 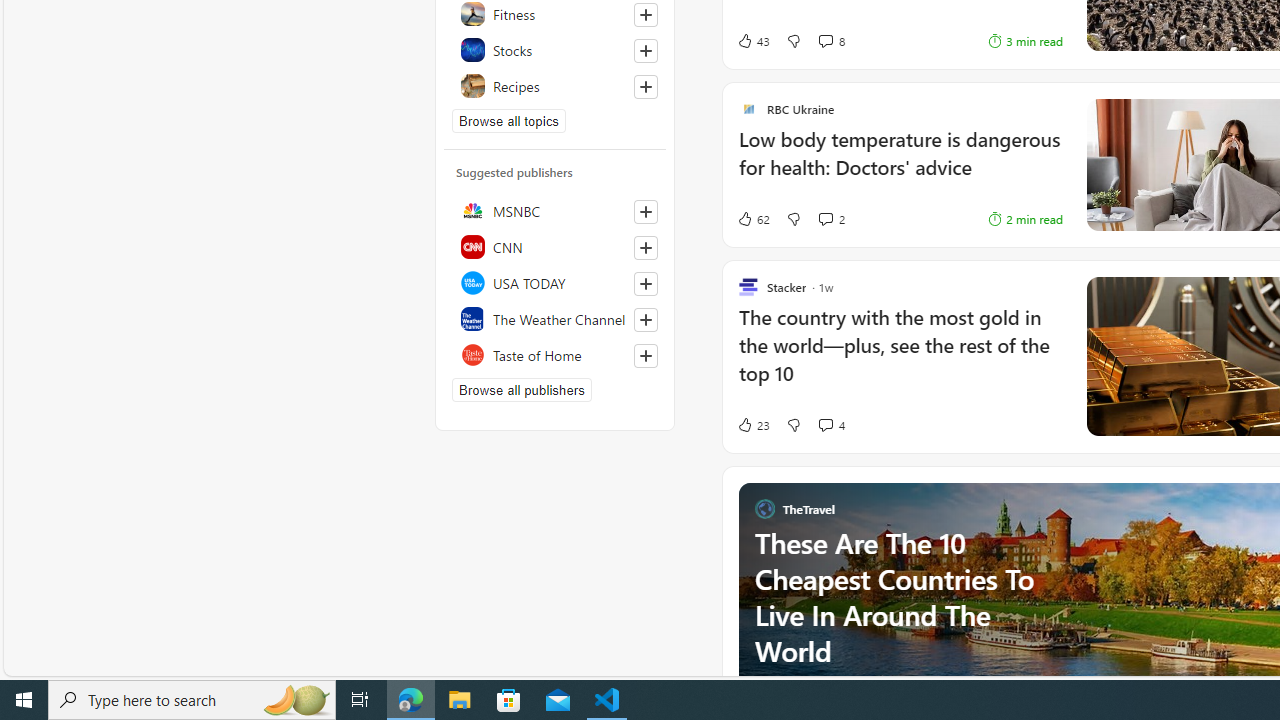 What do you see at coordinates (645, 86) in the screenshot?
I see `'Follow this topic'` at bounding box center [645, 86].